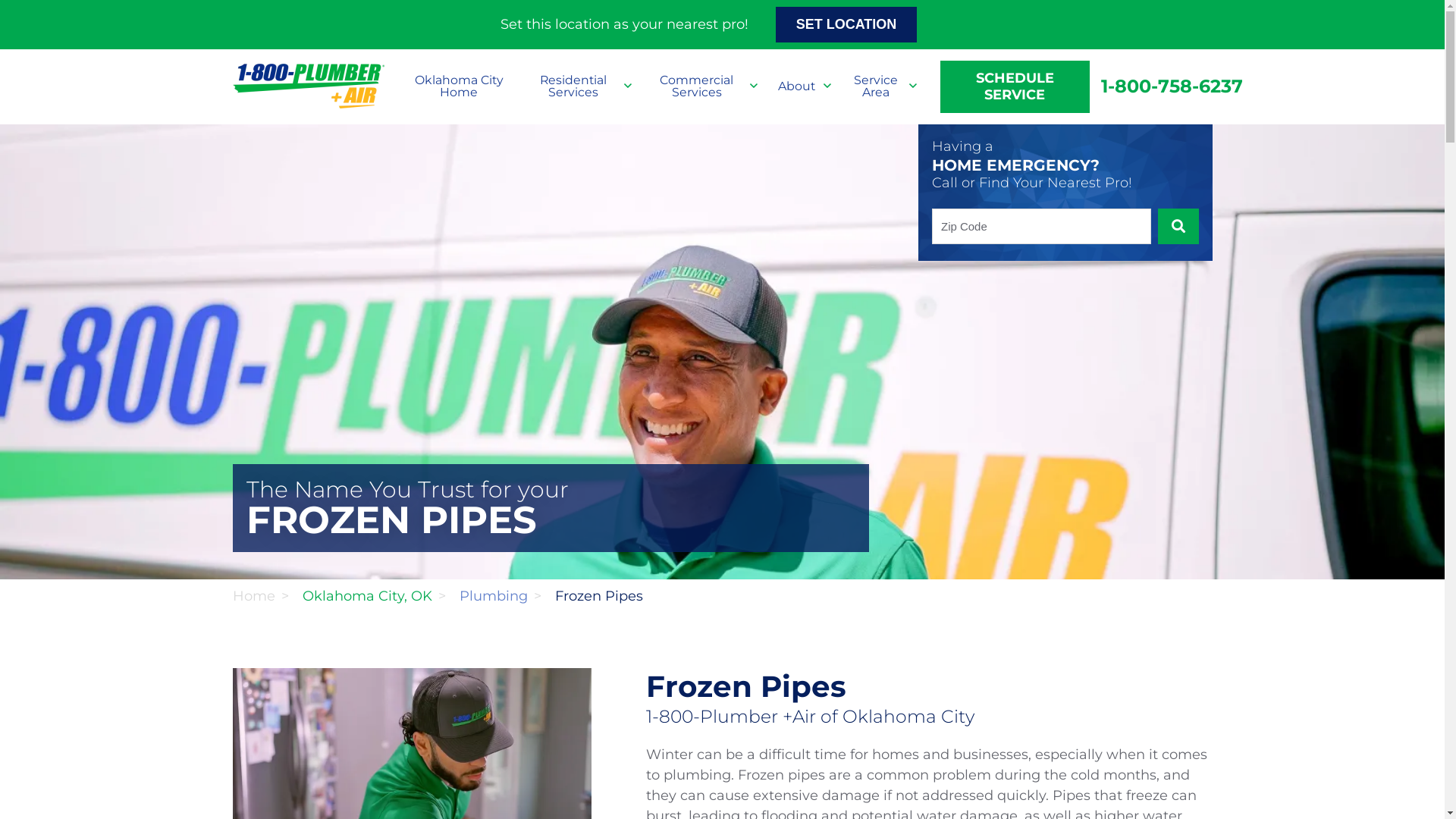  What do you see at coordinates (366, 595) in the screenshot?
I see `'Oklahoma City, OK'` at bounding box center [366, 595].